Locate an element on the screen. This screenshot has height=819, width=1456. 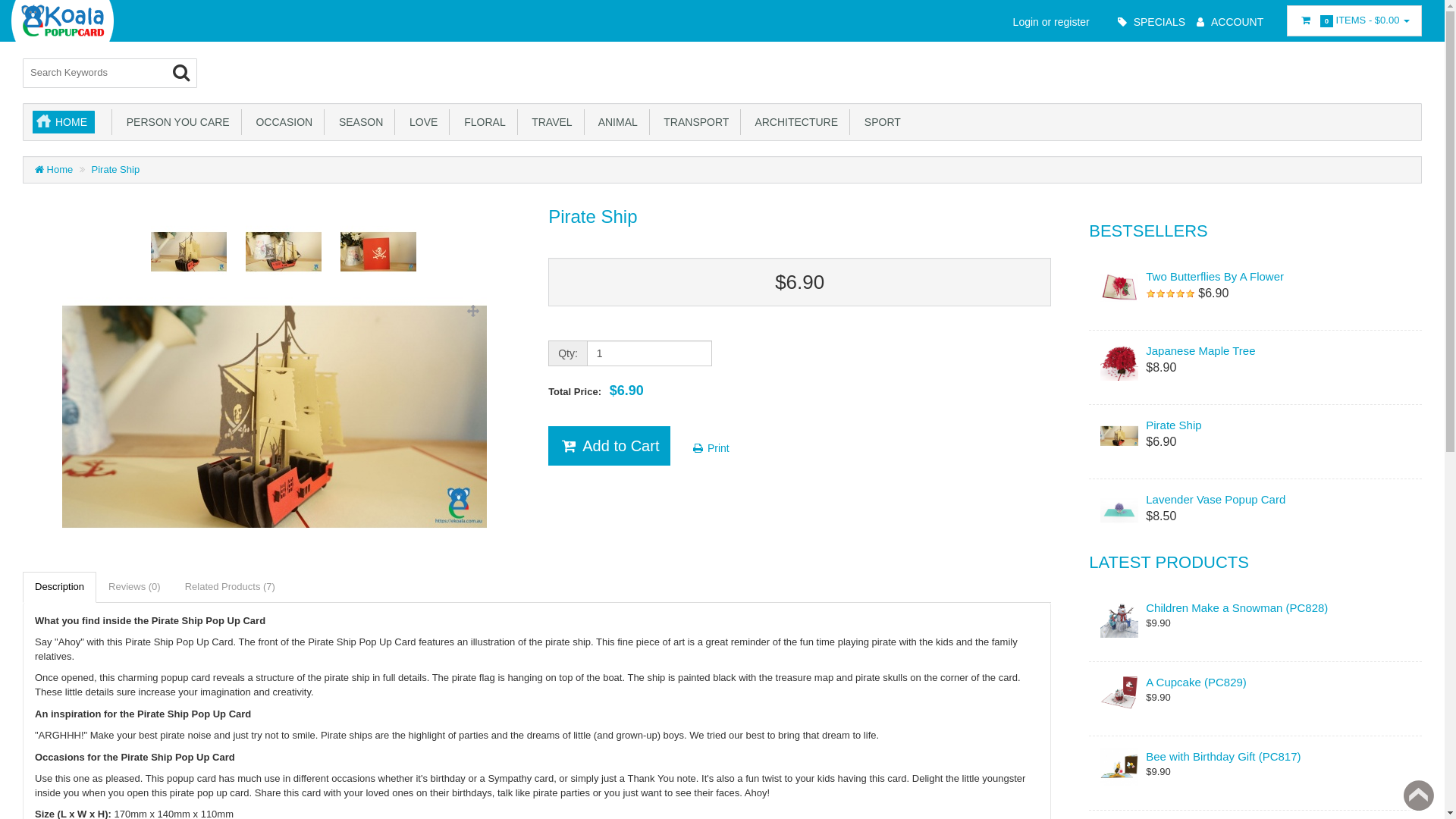
' ACCOUNT' is located at coordinates (1228, 22).